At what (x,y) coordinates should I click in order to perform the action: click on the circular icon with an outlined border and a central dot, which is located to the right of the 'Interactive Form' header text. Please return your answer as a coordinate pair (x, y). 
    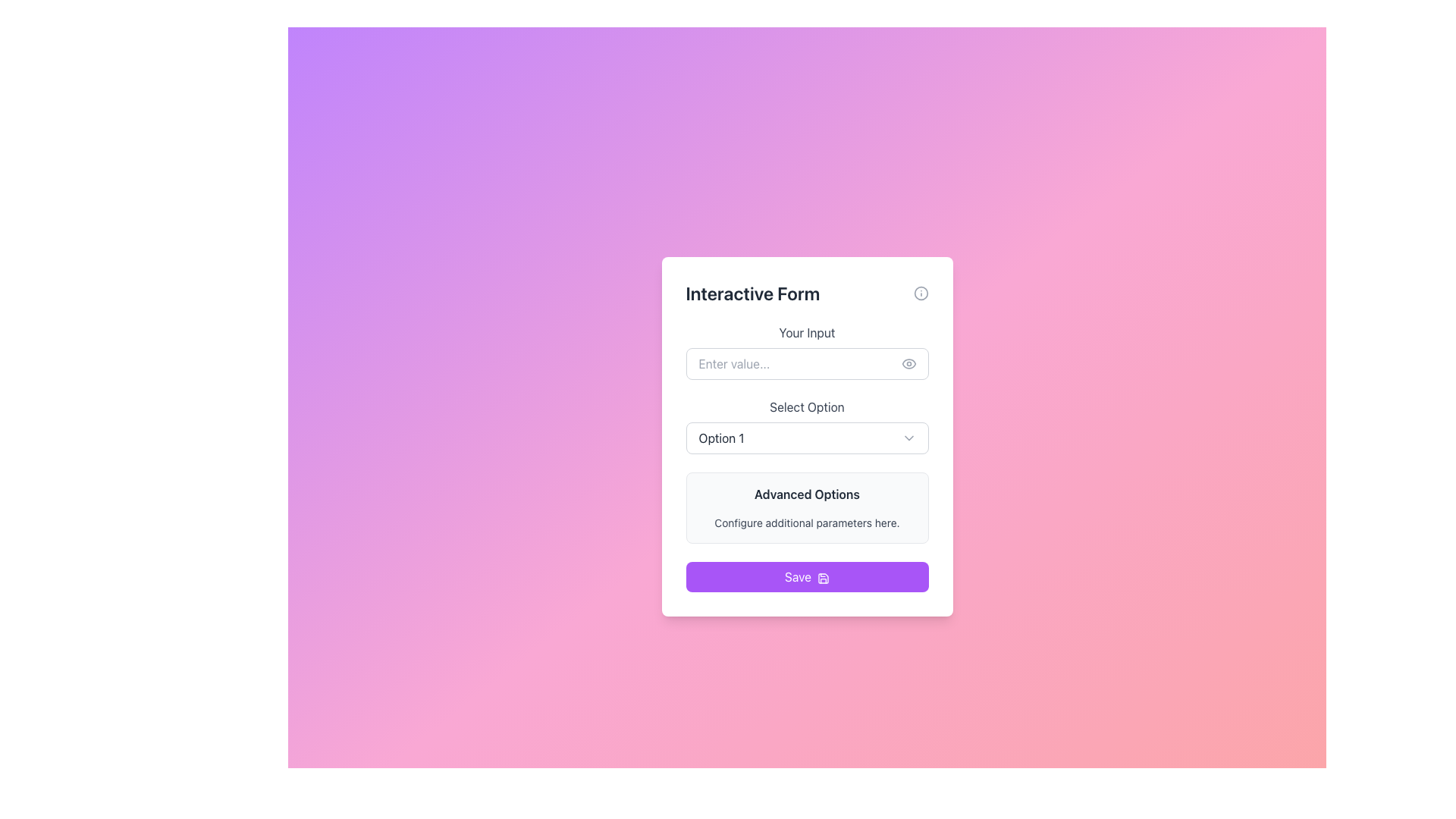
    Looking at the image, I should click on (920, 293).